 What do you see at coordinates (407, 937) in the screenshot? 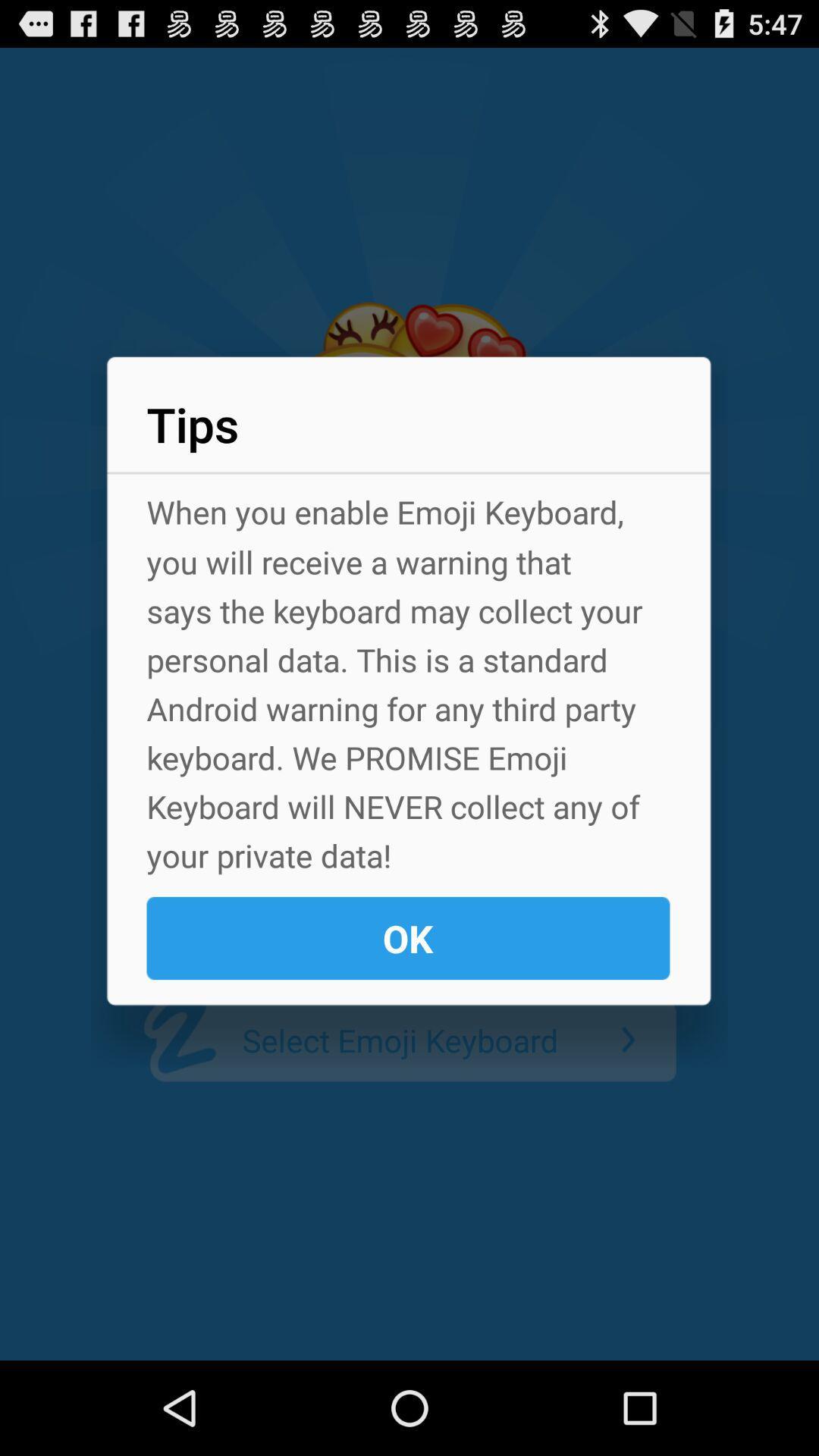
I see `ok button` at bounding box center [407, 937].